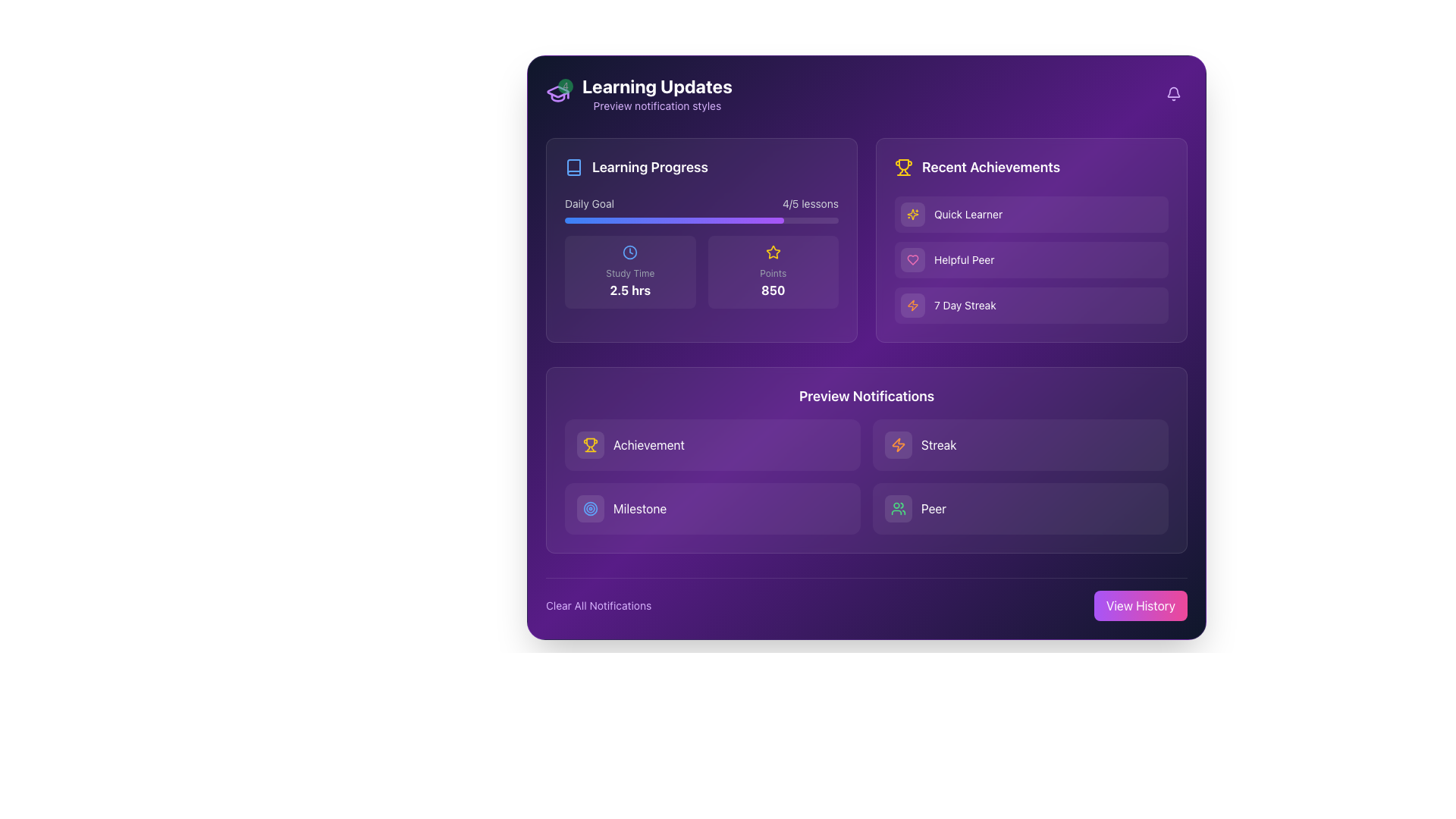 The height and width of the screenshot is (819, 1456). I want to click on the text label displaying 'Milestone' in white, capitalized font on a vibrant purple background, located in the bottom left of the notification block, so click(640, 509).